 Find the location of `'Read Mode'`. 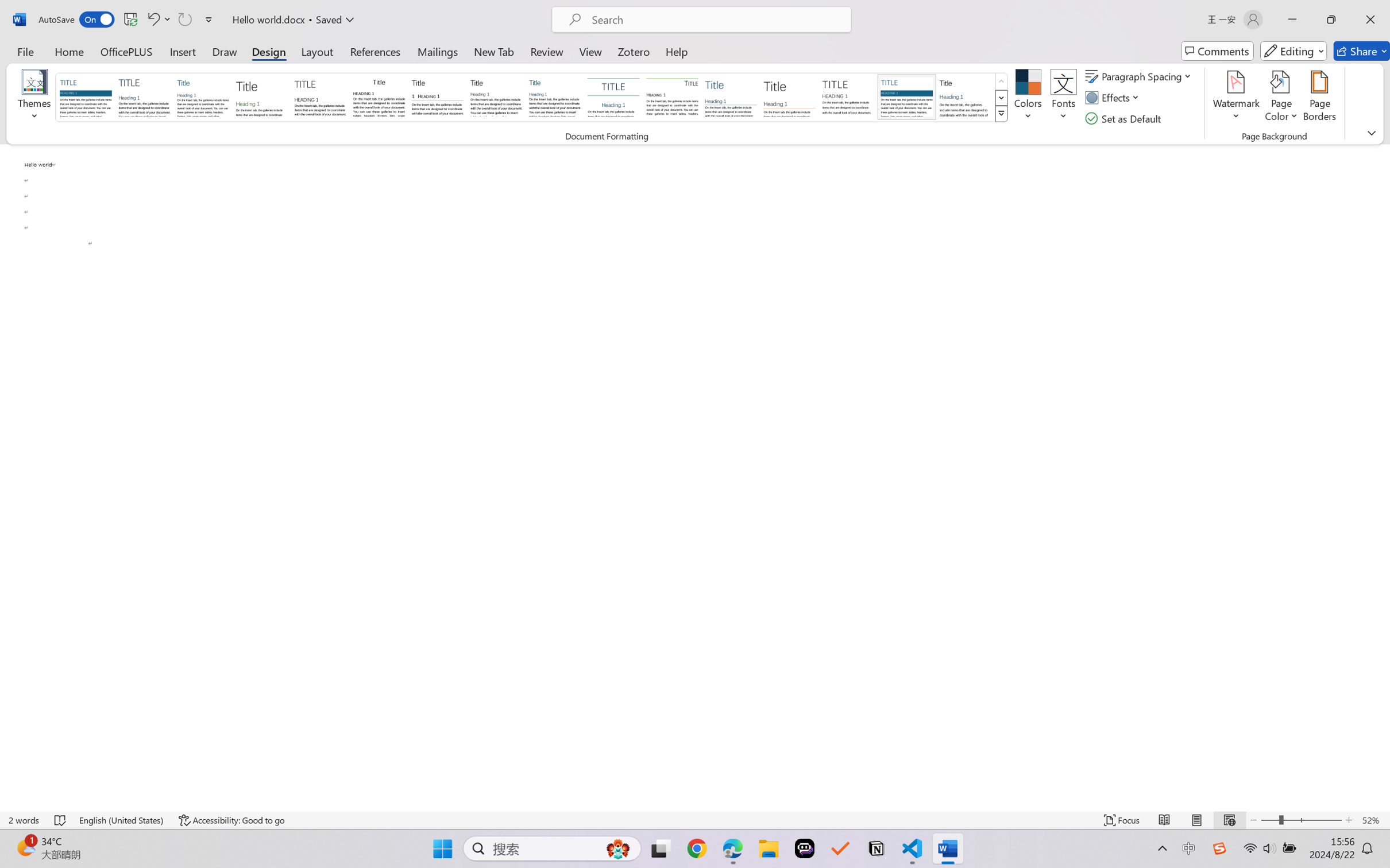

'Read Mode' is located at coordinates (1164, 820).